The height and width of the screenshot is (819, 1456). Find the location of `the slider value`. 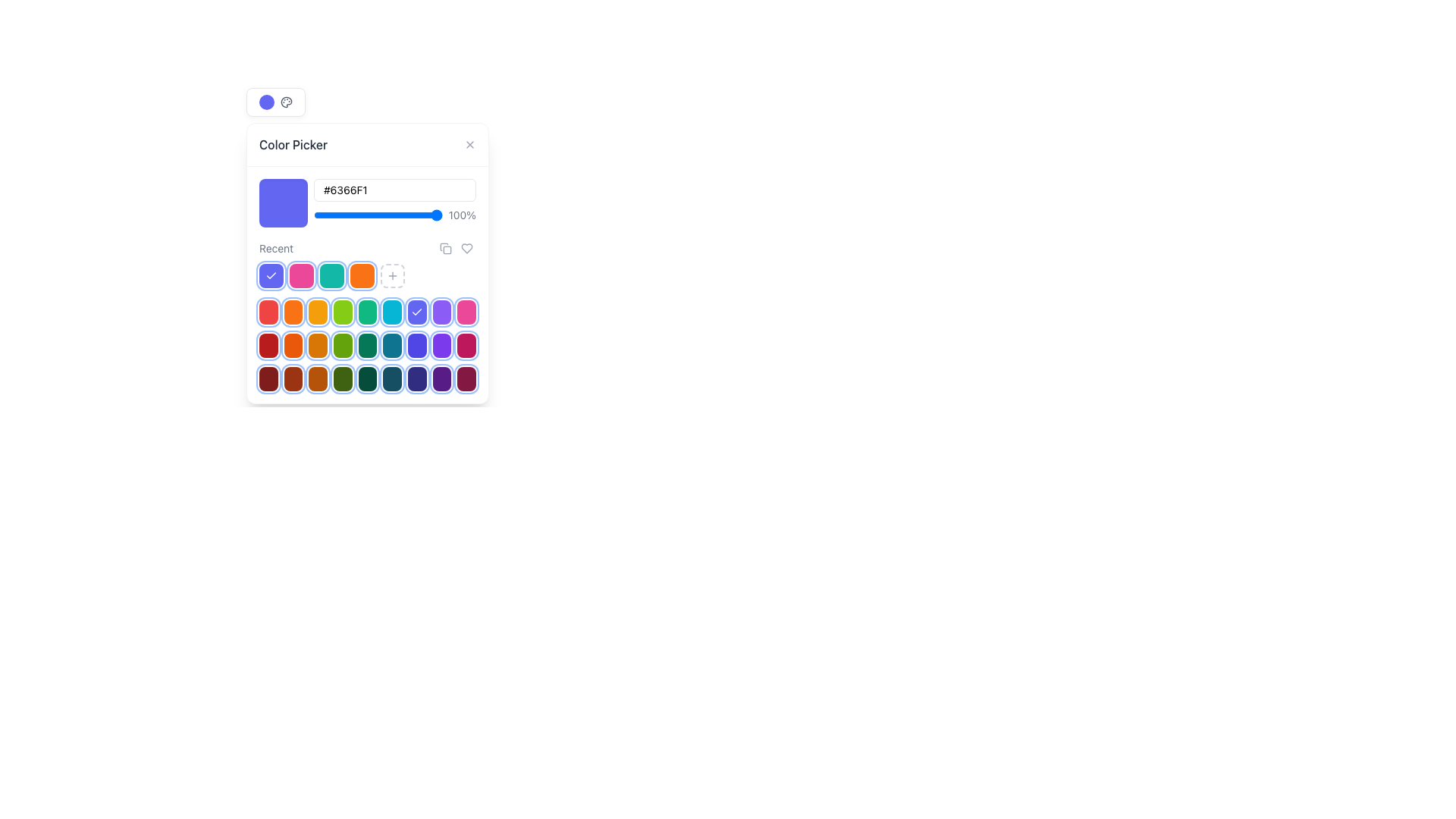

the slider value is located at coordinates (428, 215).